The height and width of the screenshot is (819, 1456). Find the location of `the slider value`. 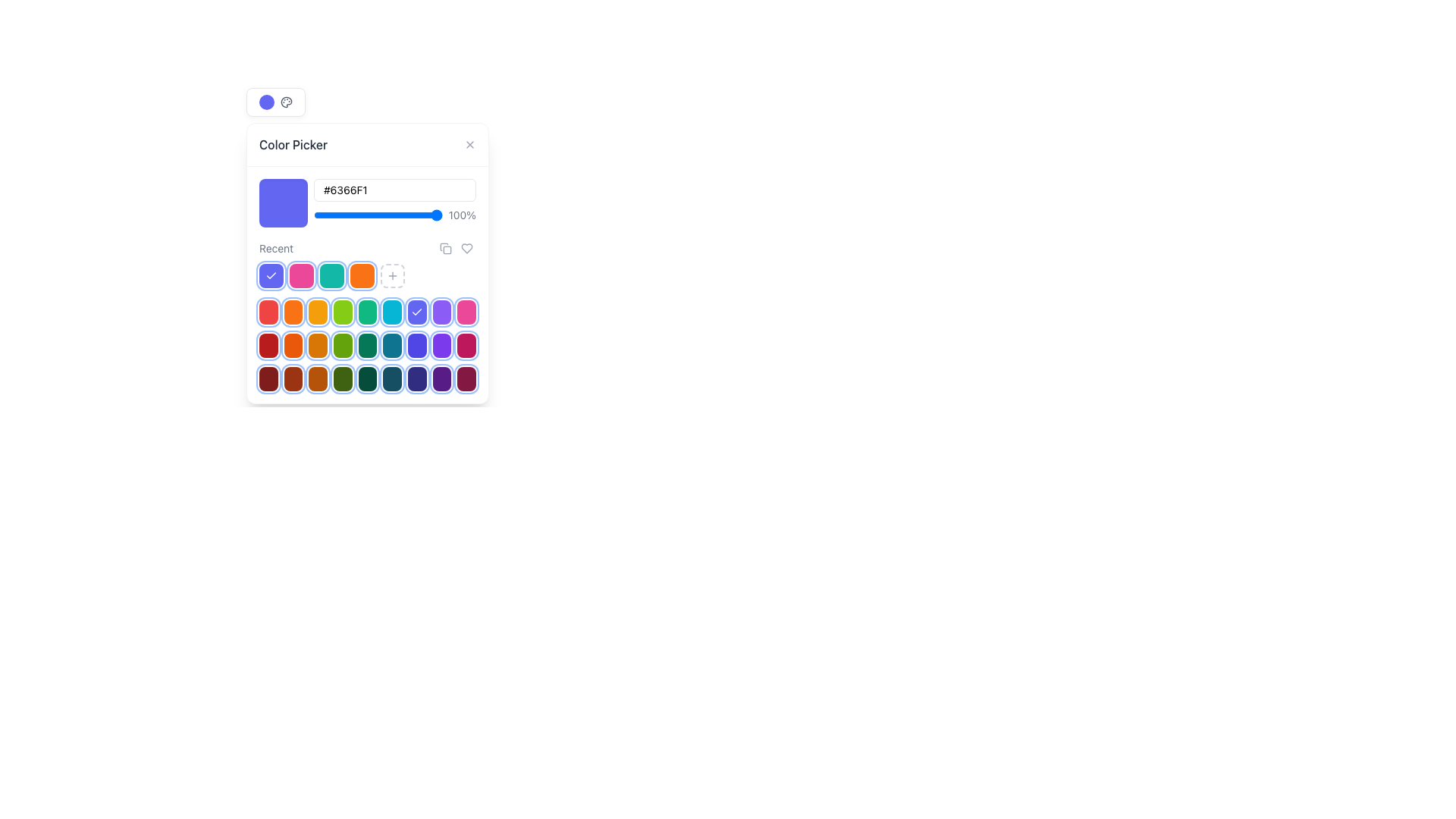

the slider value is located at coordinates (428, 215).